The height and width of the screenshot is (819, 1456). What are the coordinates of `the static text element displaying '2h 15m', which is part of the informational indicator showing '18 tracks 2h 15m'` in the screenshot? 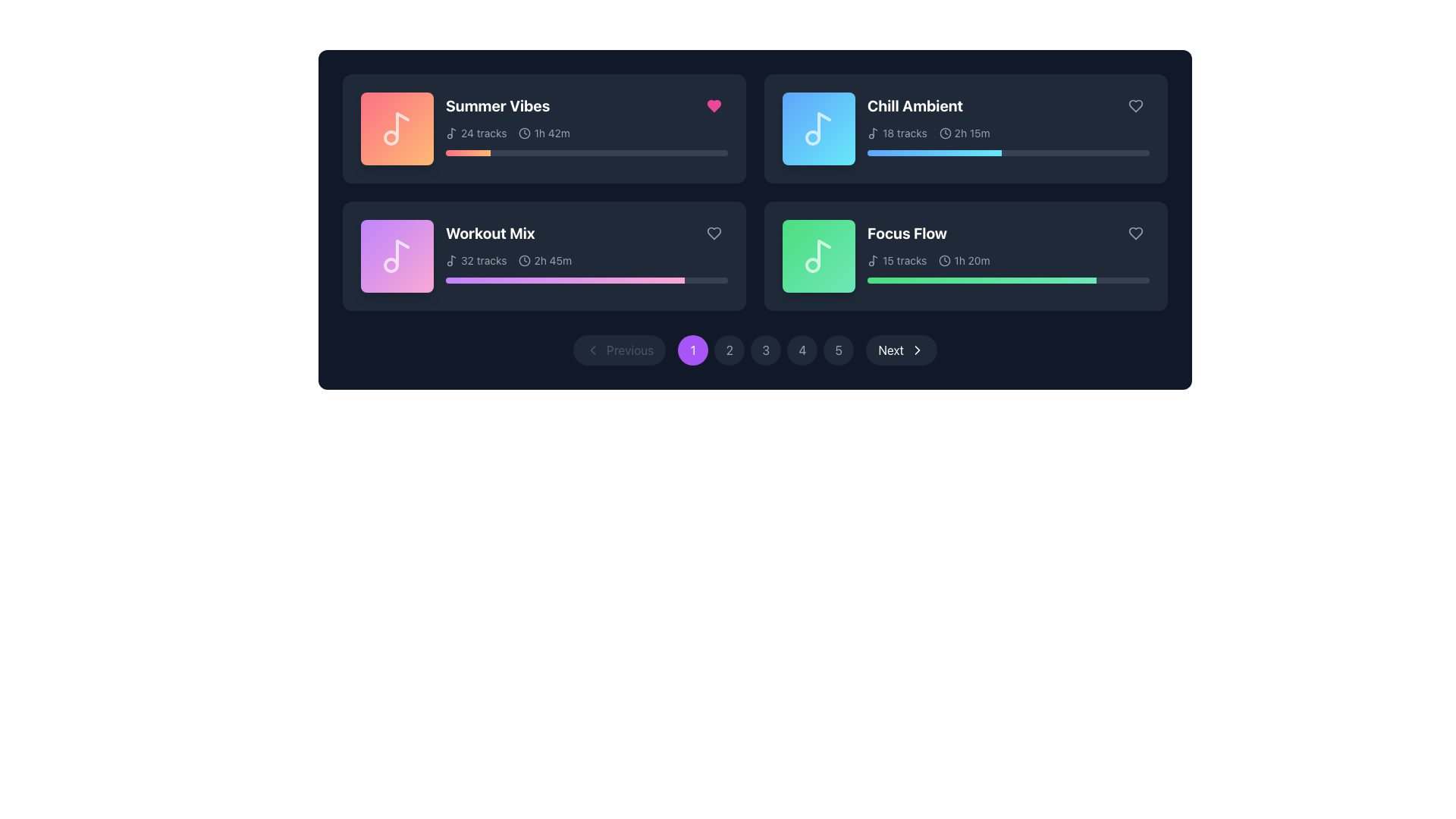 It's located at (964, 133).